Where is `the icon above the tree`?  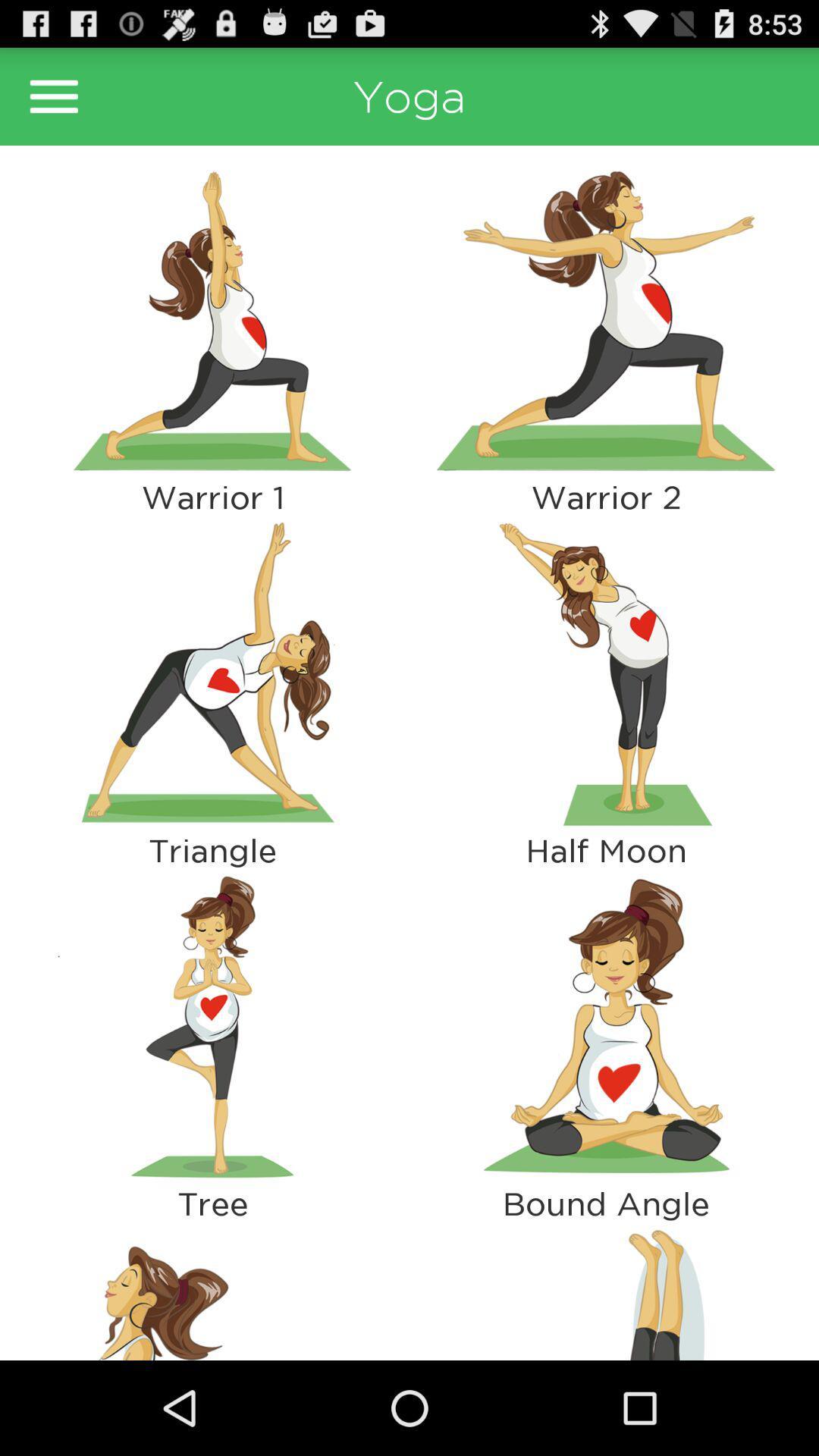 the icon above the tree is located at coordinates (212, 1027).